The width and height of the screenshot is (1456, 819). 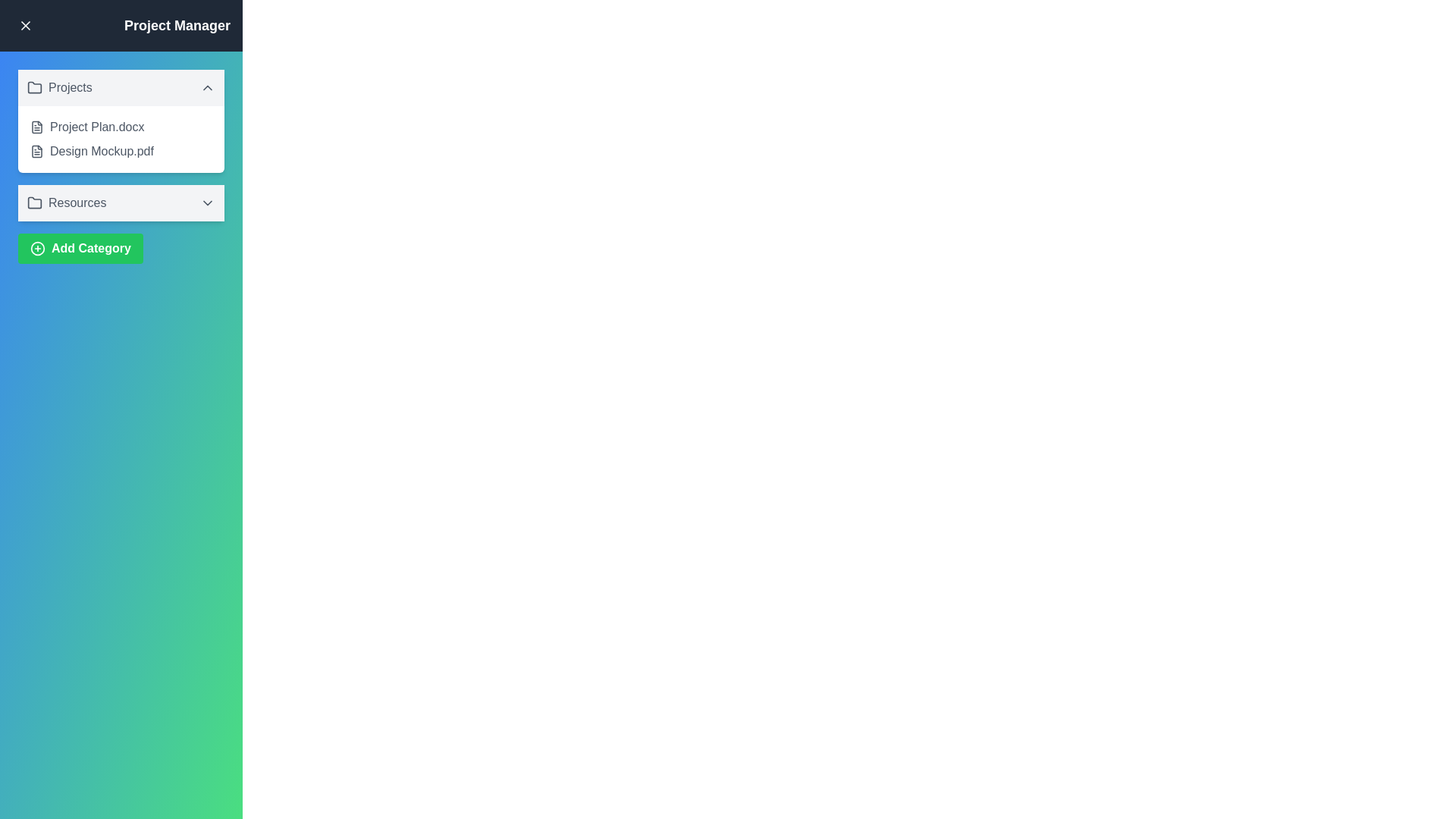 I want to click on the circular icon with a green border and a plus symbol, located to the left of the 'Add Category' text, so click(x=37, y=247).